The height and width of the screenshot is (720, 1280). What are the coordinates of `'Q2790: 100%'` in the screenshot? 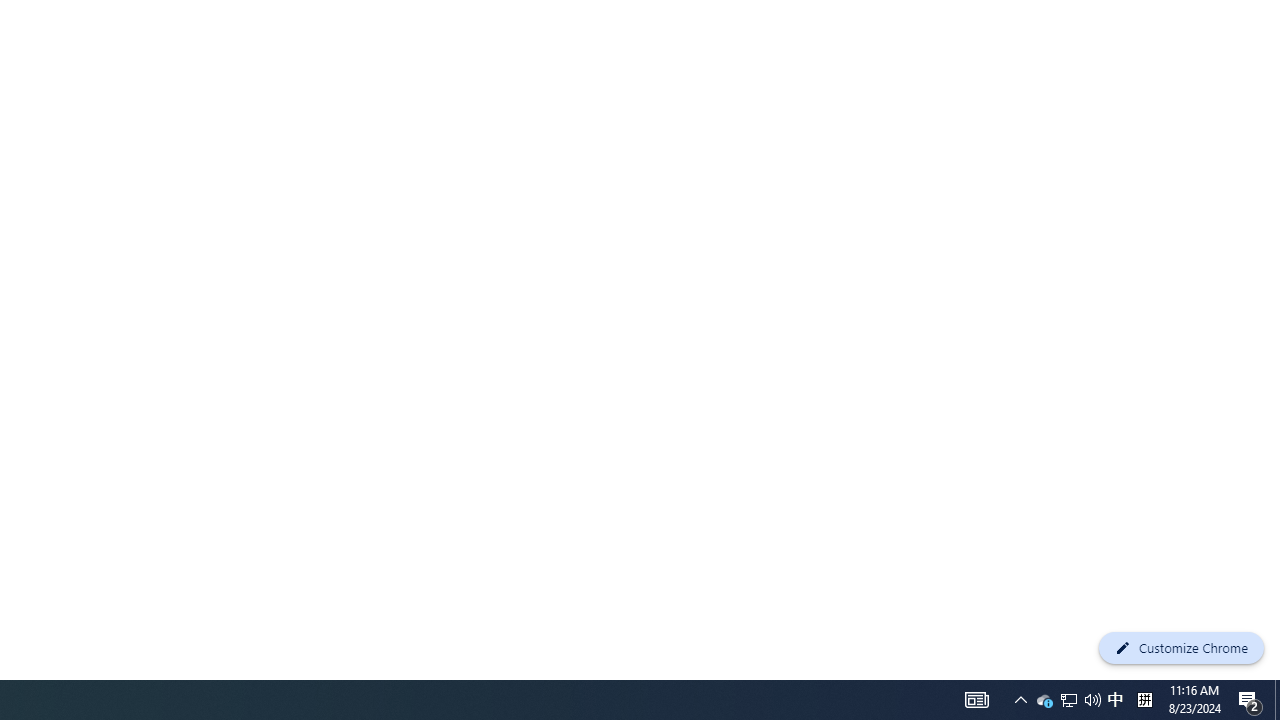 It's located at (1067, 698).